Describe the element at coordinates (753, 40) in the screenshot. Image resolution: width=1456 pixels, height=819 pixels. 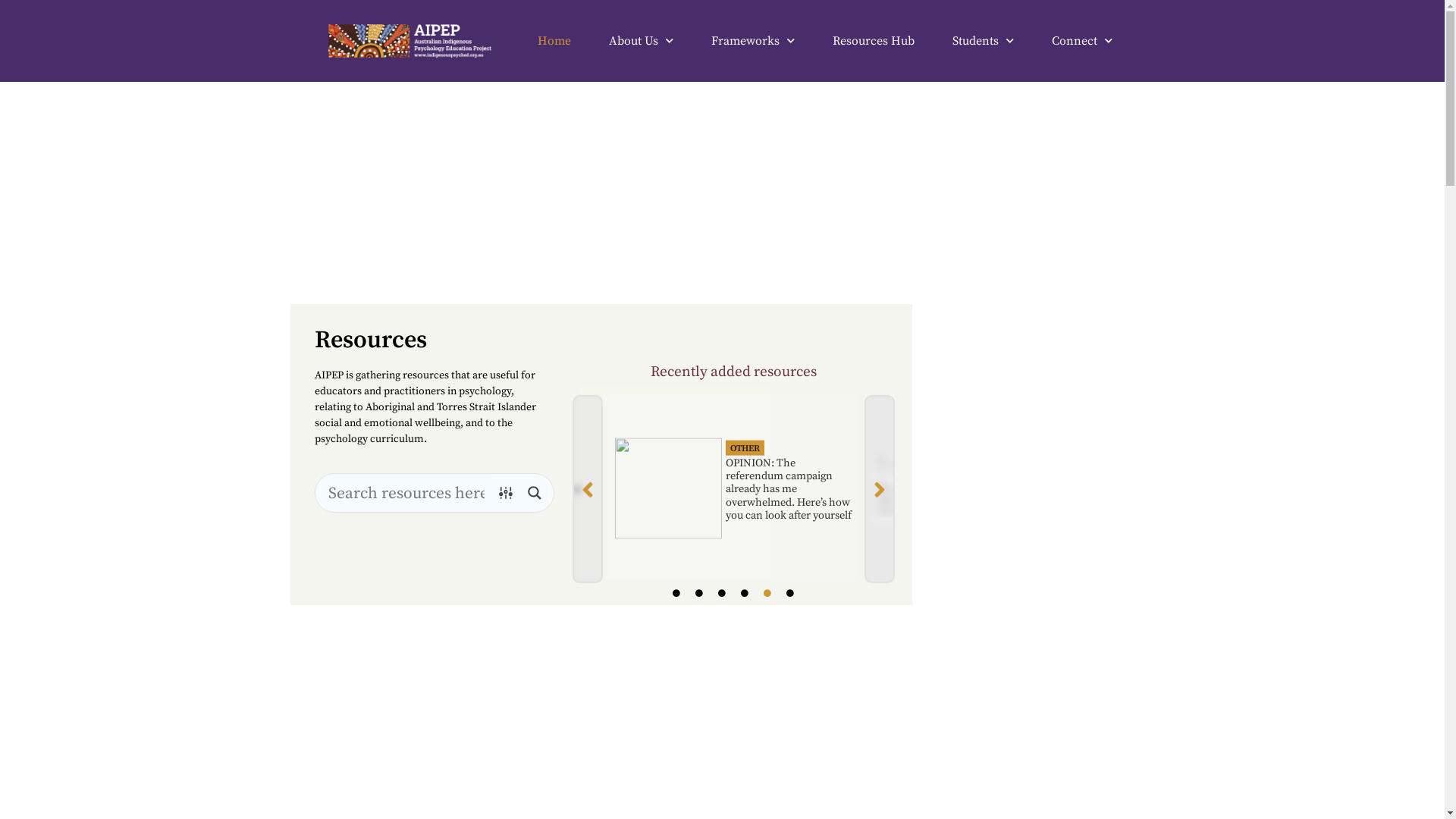
I see `'Frameworks'` at that location.